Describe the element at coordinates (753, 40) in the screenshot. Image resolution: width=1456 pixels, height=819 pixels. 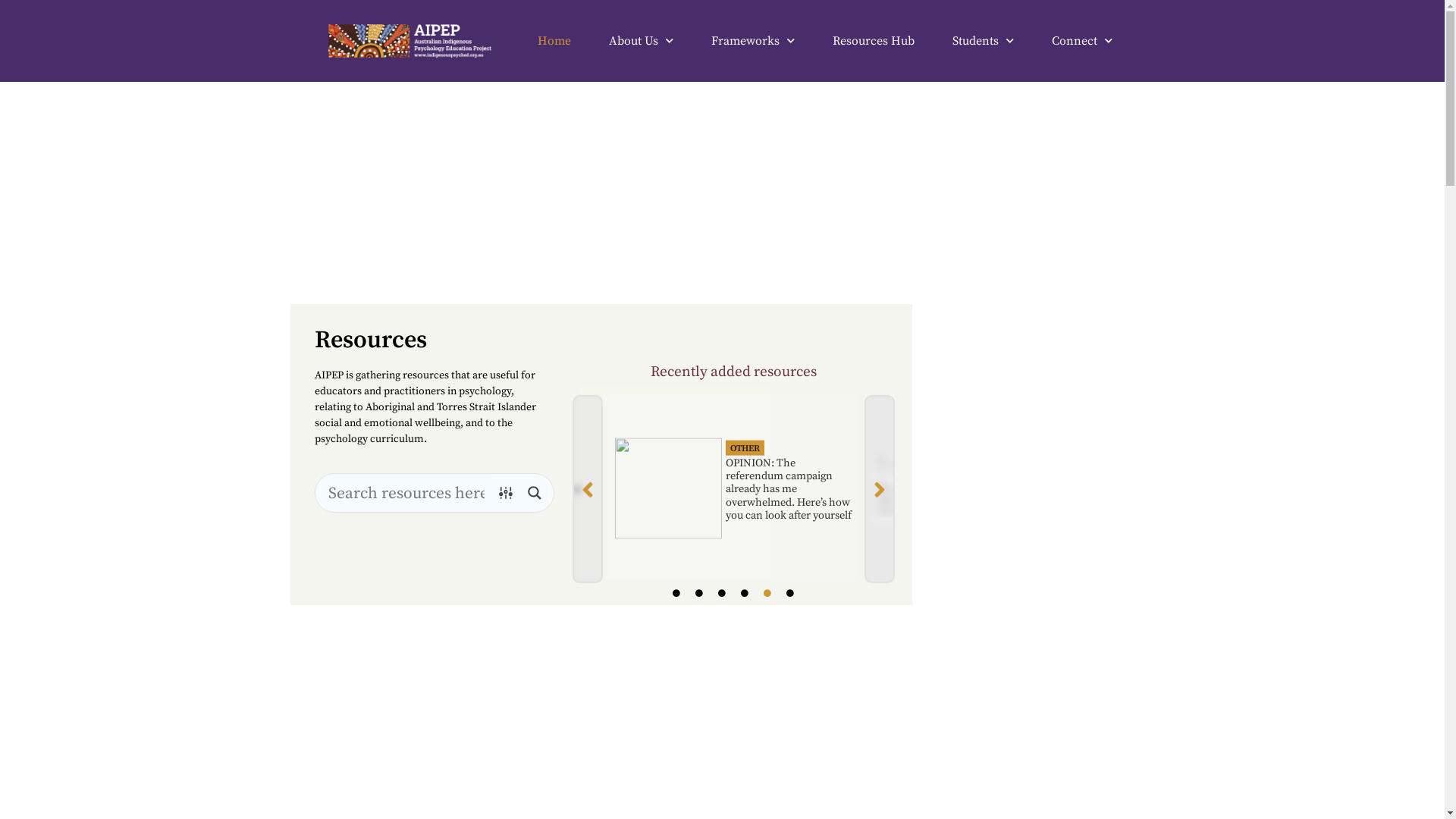
I see `'Frameworks'` at that location.